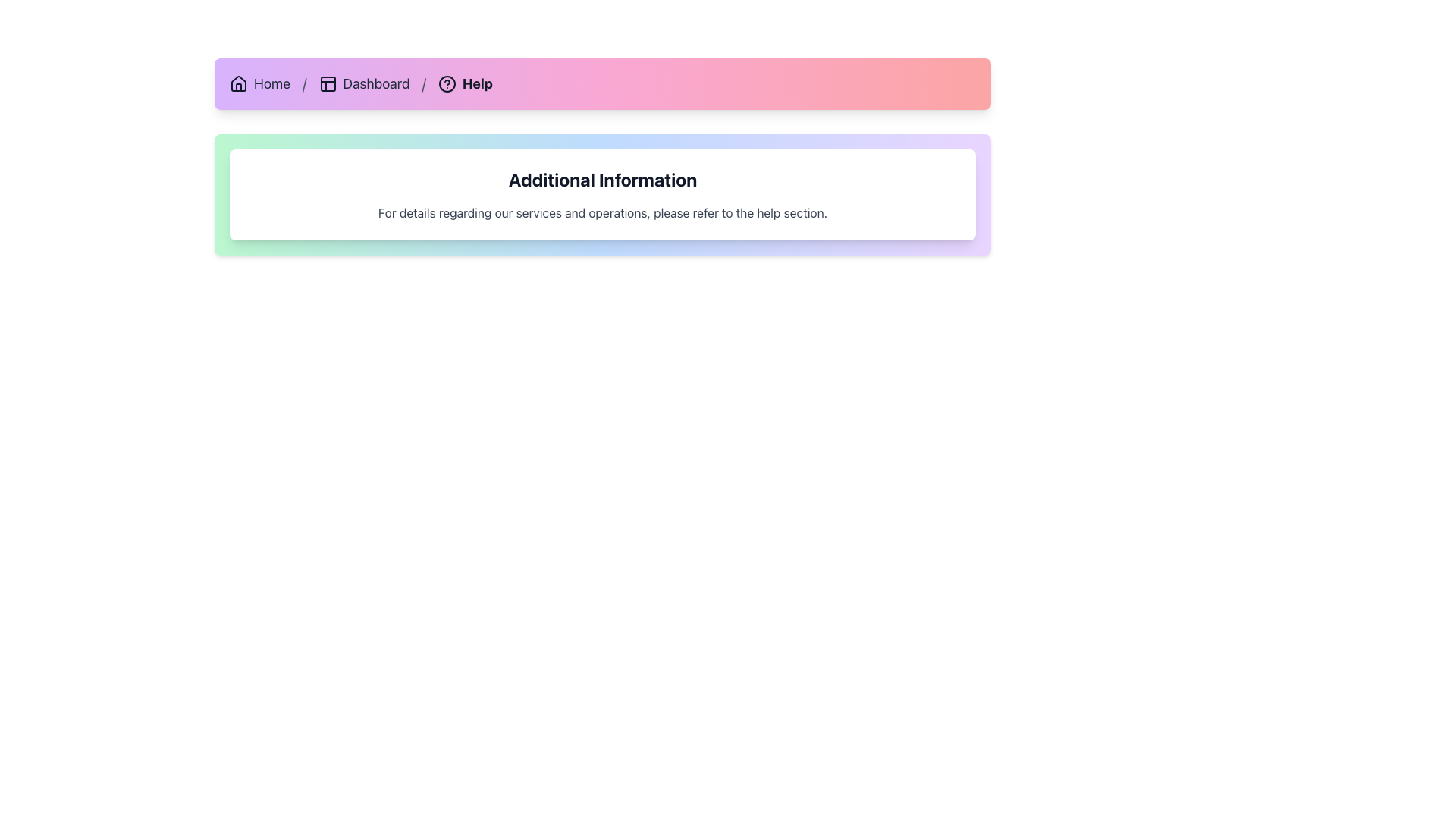 Image resolution: width=1456 pixels, height=819 pixels. I want to click on text label 'Home' which is a bold, dark-gray font in the horizontal navigation bar, positioned immediately to the right of the house-shaped icon, so click(272, 84).